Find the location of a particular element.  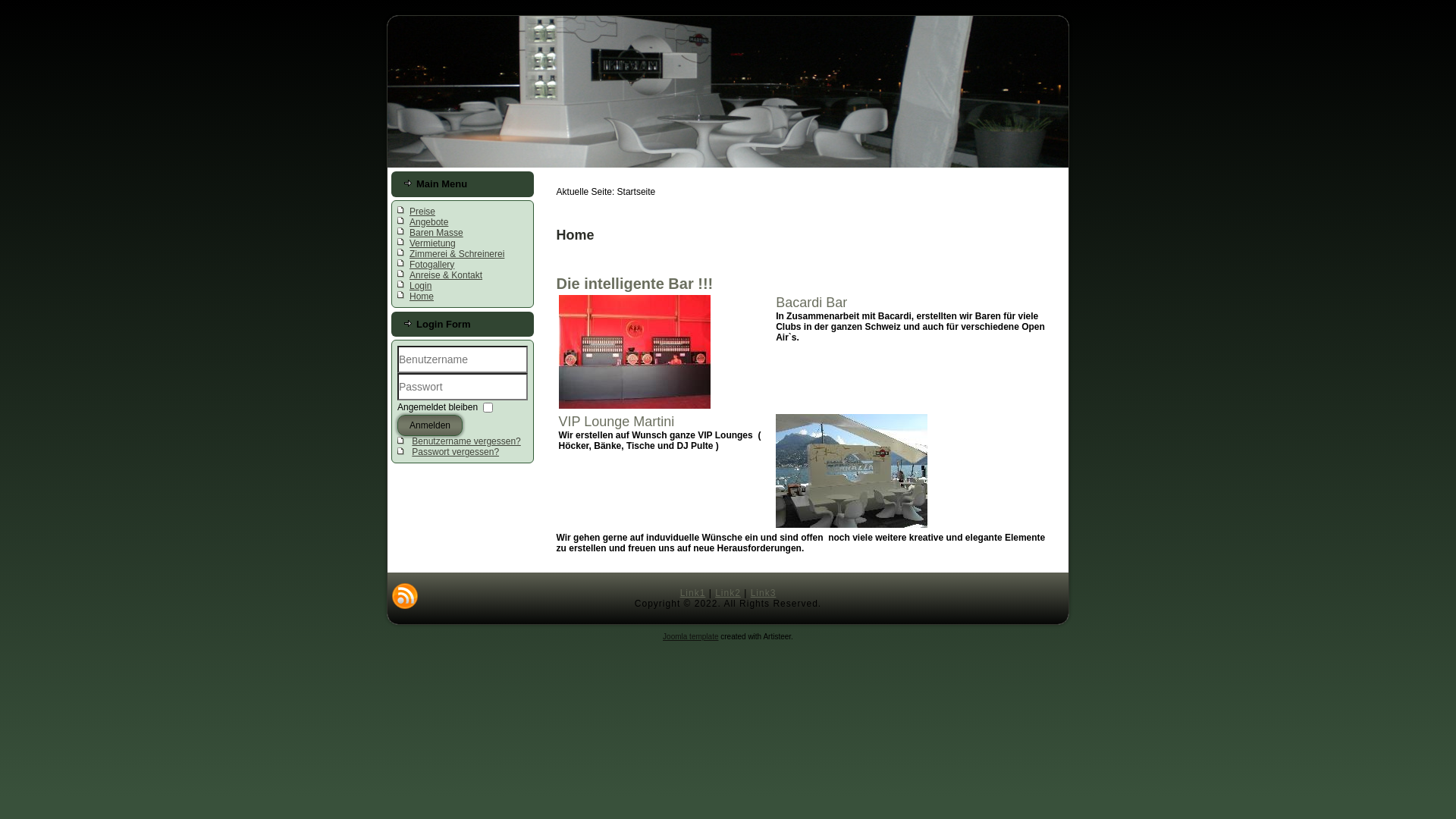

'Vermietung' is located at coordinates (431, 242).